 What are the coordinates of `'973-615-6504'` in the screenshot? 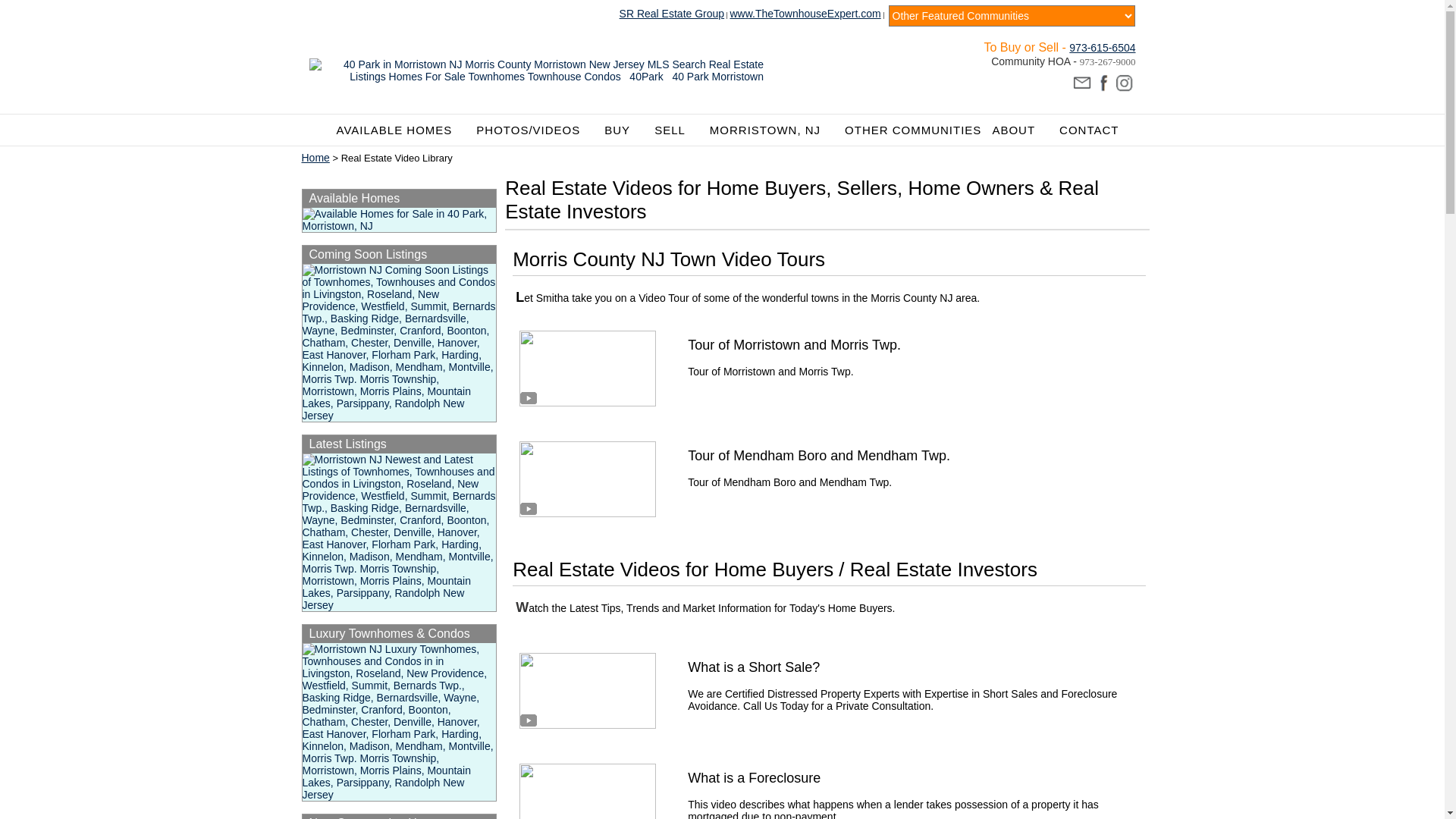 It's located at (1102, 45).